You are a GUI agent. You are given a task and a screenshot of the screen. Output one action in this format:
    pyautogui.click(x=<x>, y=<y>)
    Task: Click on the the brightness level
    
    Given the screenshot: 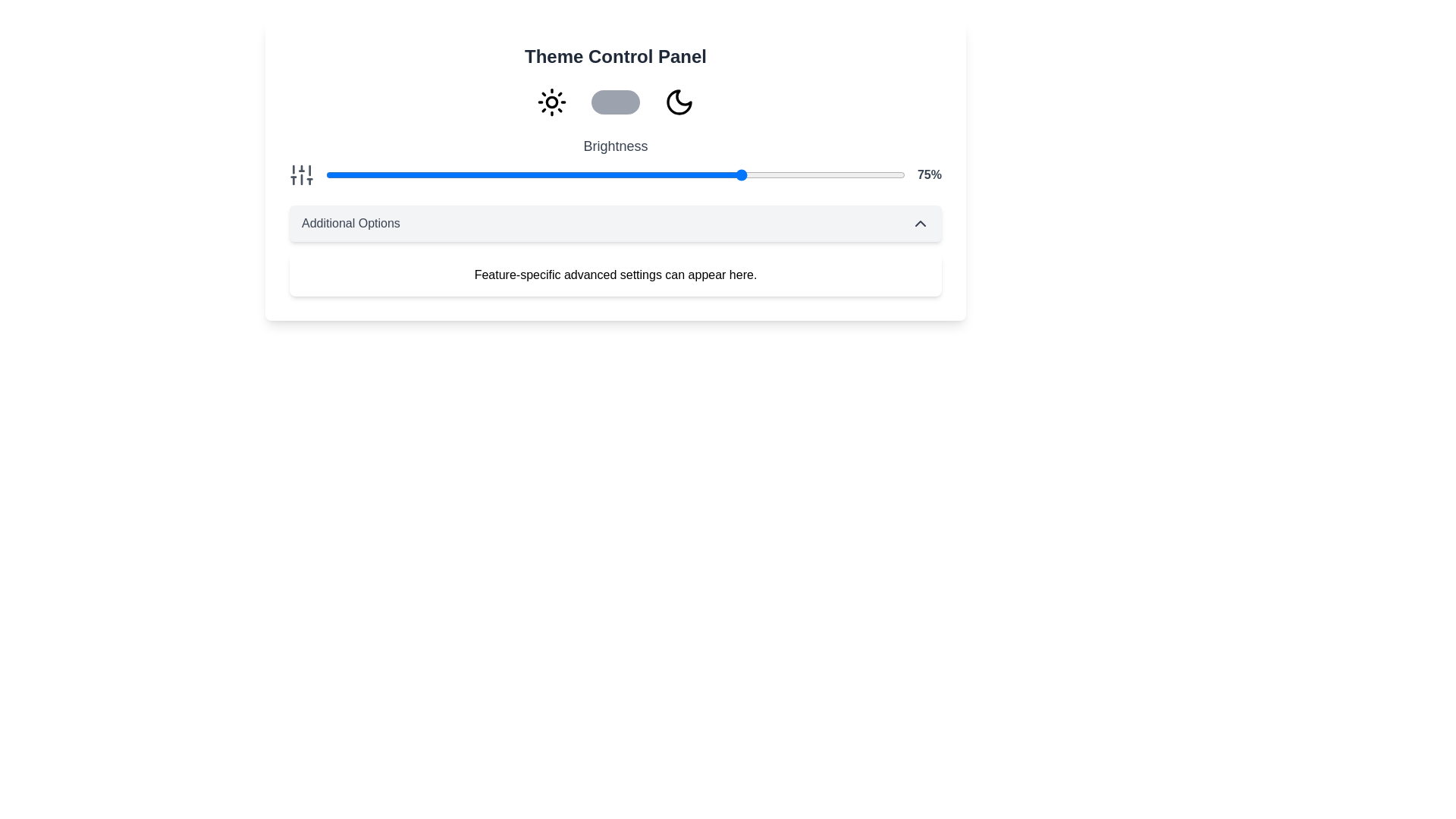 What is the action you would take?
    pyautogui.click(x=416, y=174)
    